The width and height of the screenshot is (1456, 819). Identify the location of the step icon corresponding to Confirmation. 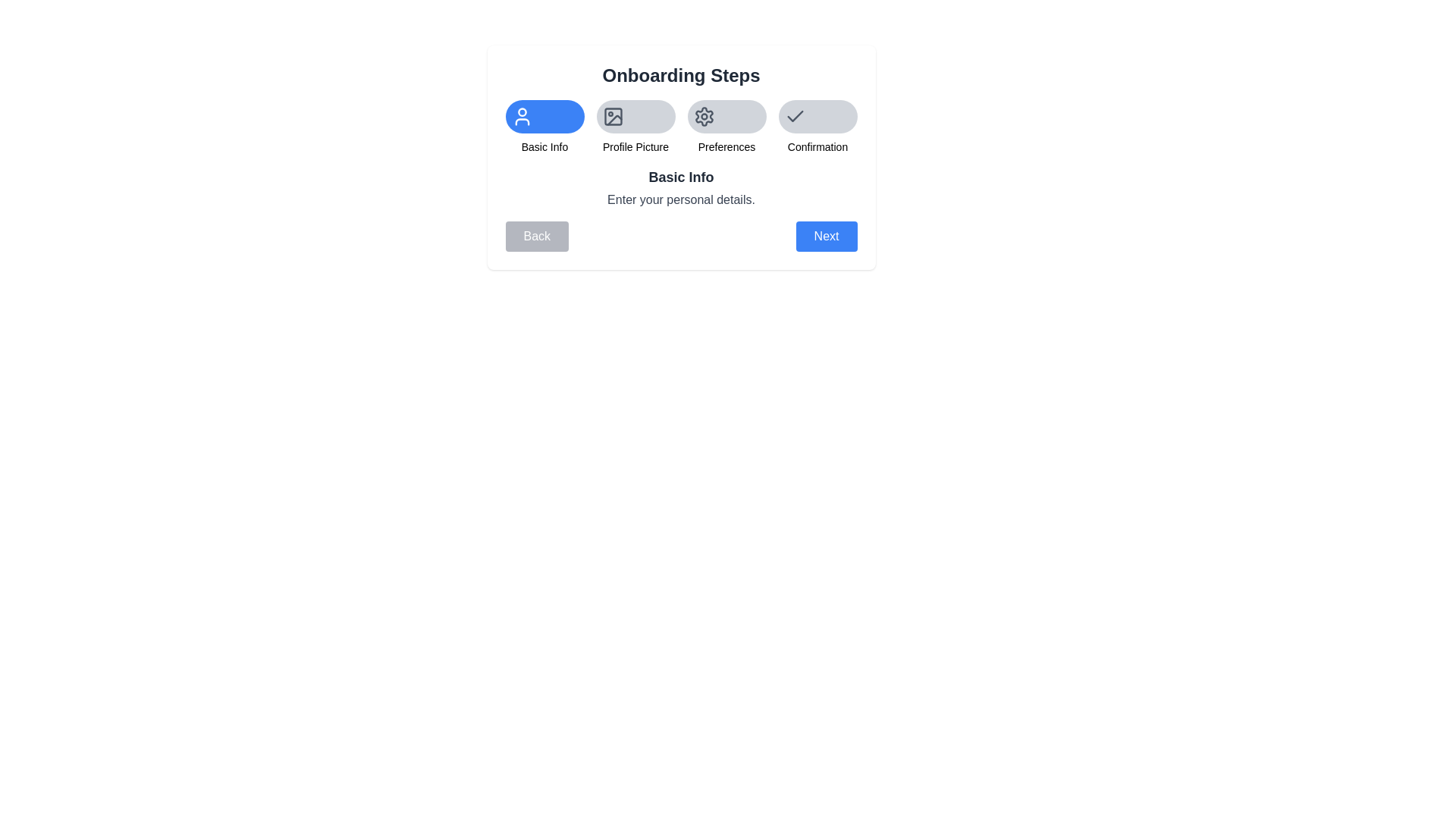
(817, 116).